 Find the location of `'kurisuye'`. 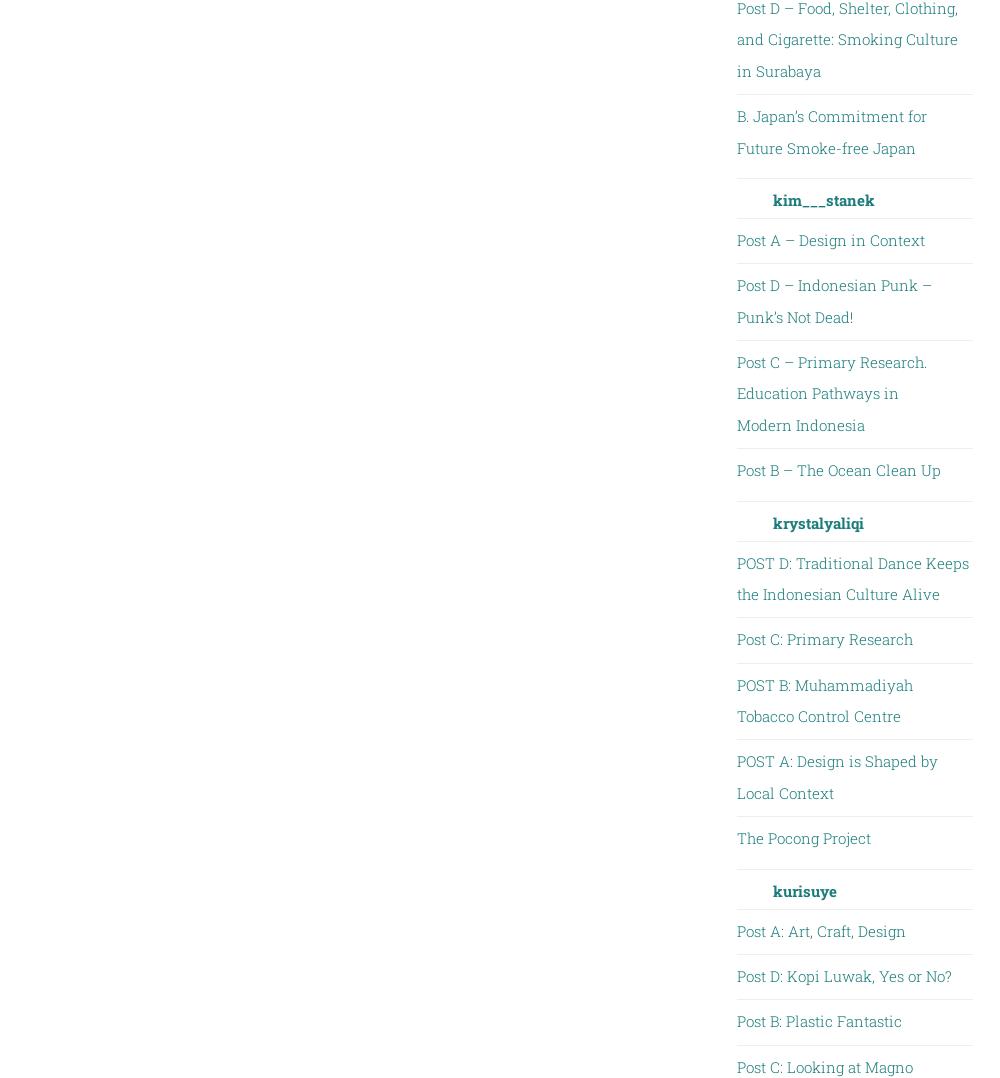

'kurisuye' is located at coordinates (804, 889).